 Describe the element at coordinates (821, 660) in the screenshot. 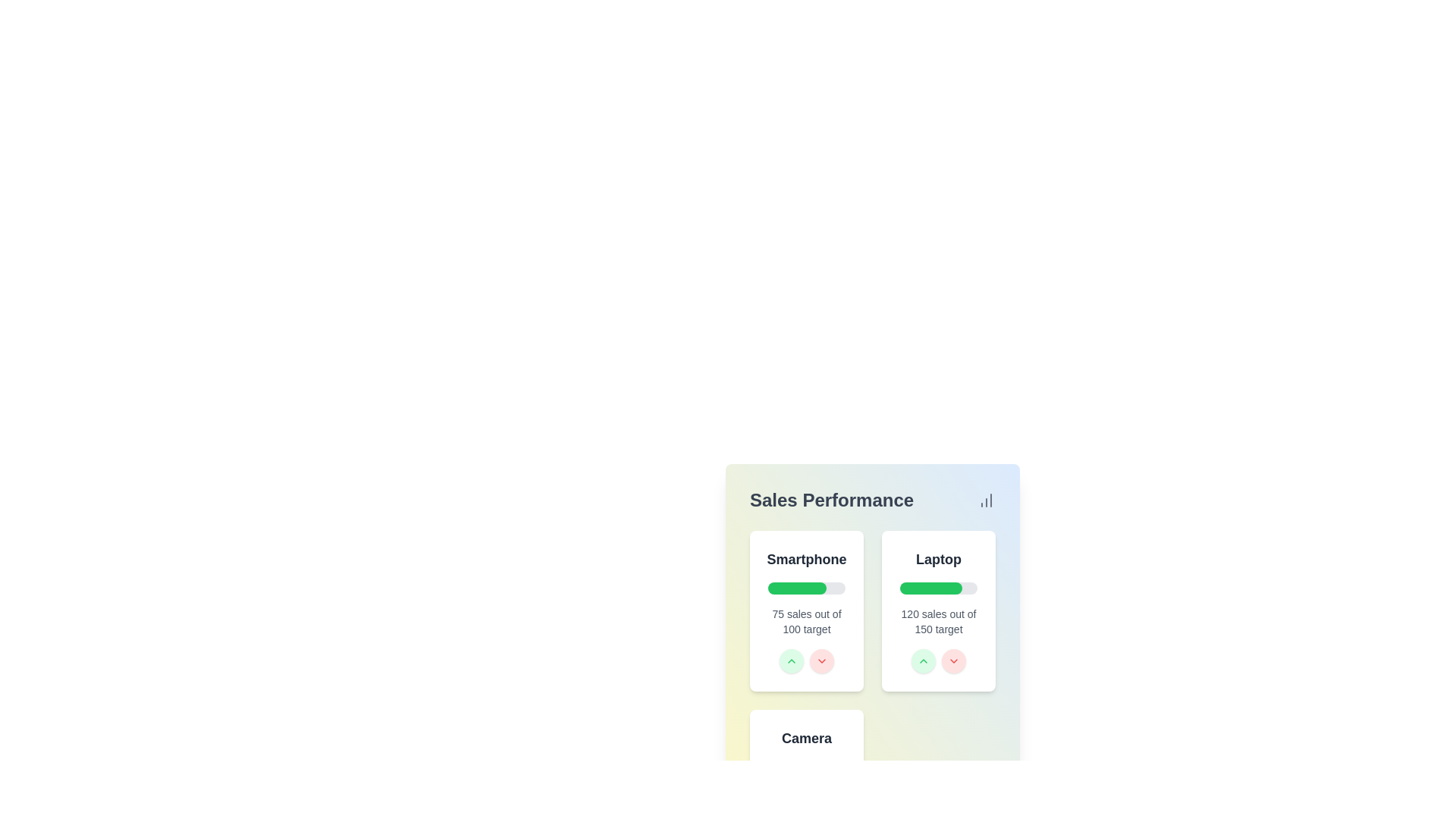

I see `the circular button with a light red background and a downward chevron in the 'Sales Performance' section` at that location.